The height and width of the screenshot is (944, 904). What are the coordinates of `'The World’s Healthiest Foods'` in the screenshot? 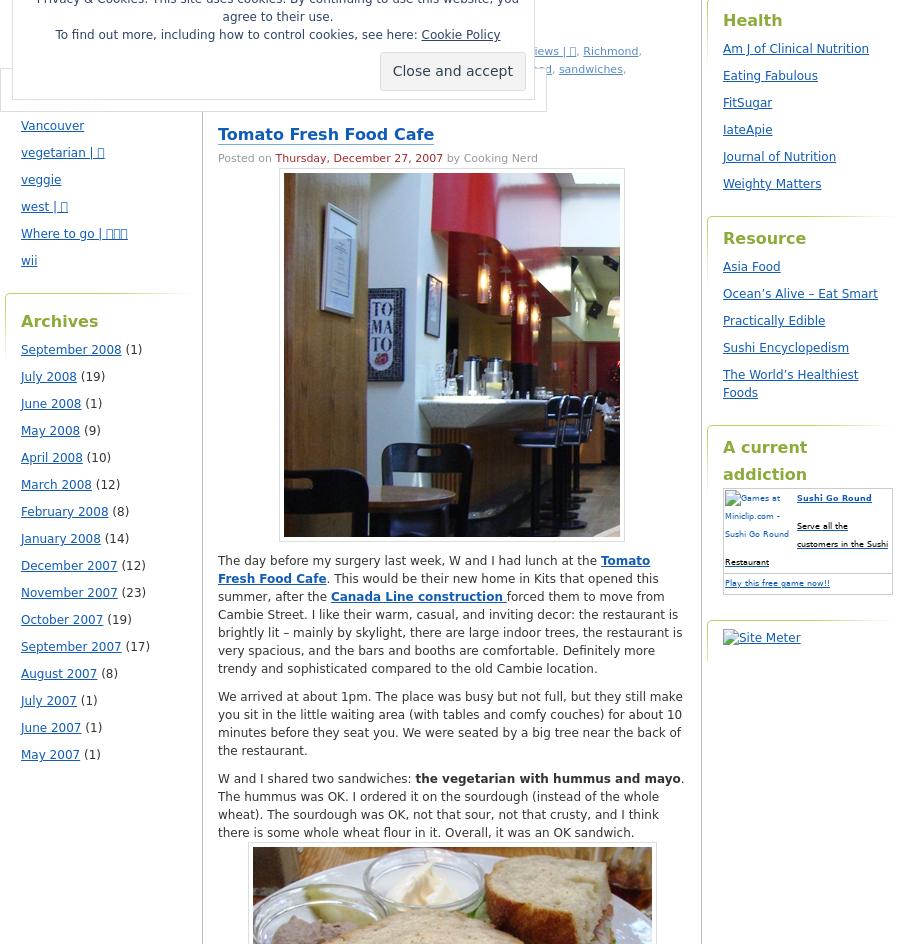 It's located at (790, 384).